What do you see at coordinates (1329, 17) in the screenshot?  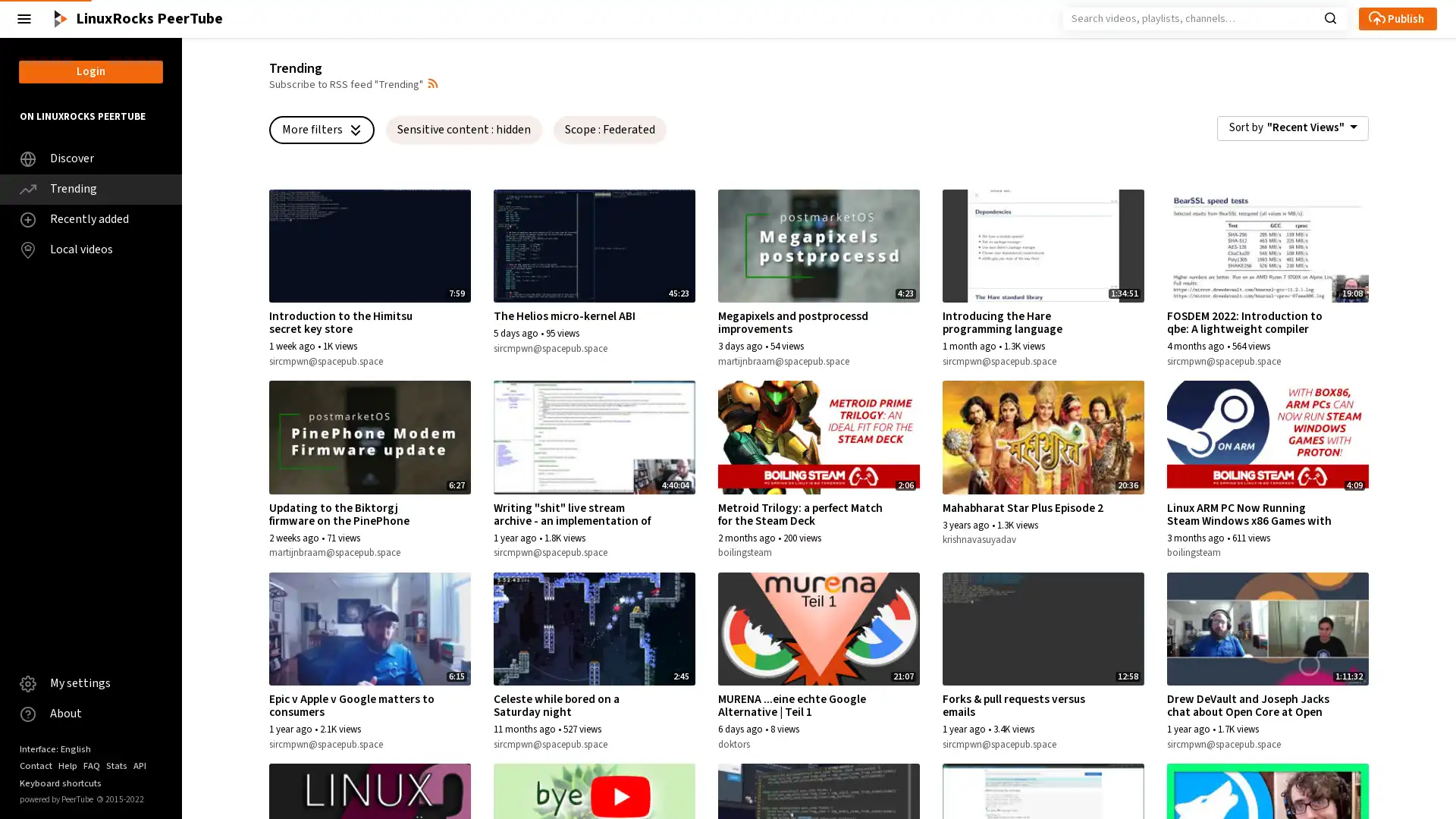 I see `Search` at bounding box center [1329, 17].